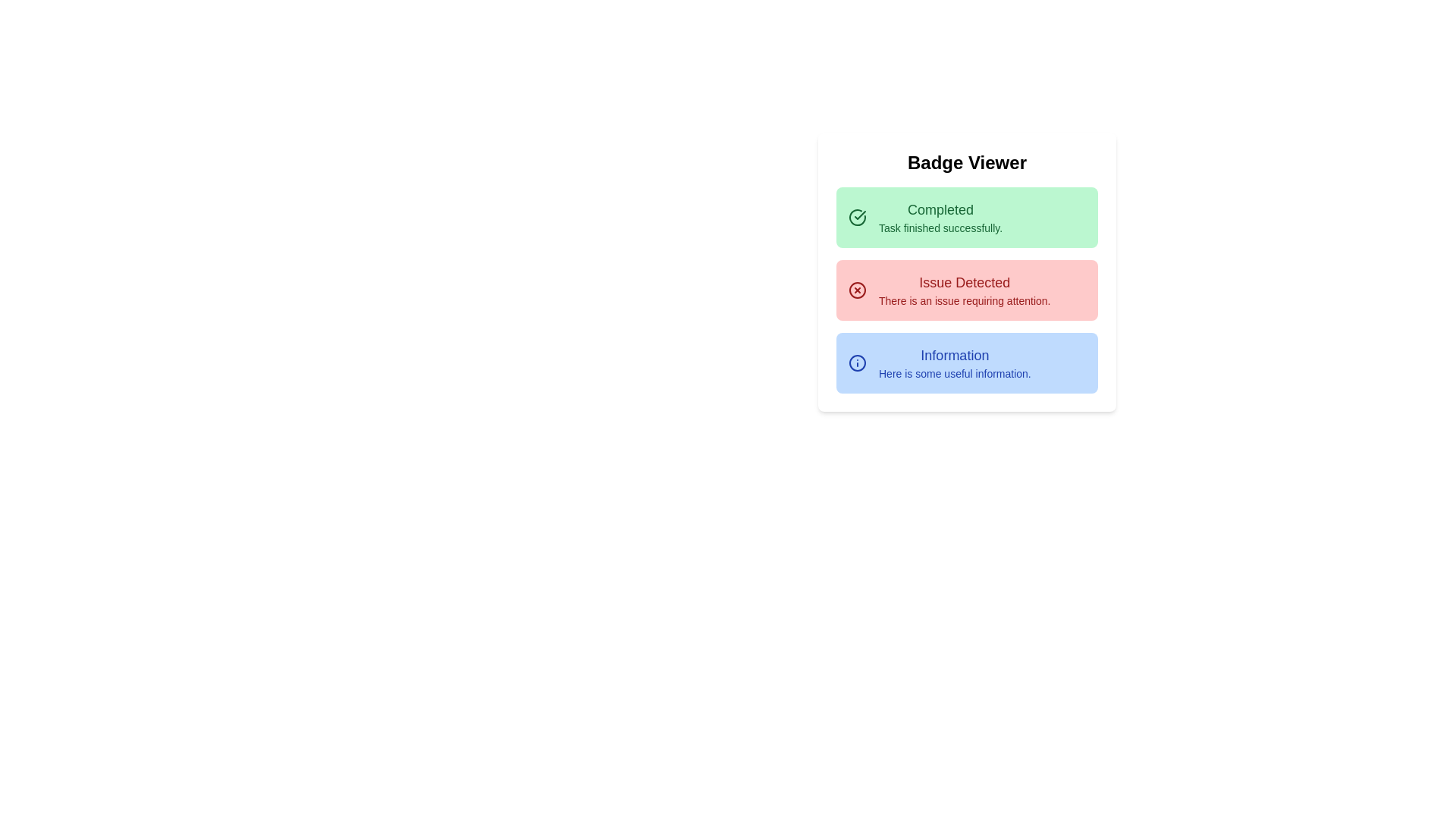 This screenshot has width=1456, height=819. Describe the element at coordinates (966, 217) in the screenshot. I see `the Notification widget that serves as a badge for successfully completed tasks, distinguished by its green background and icon` at that location.